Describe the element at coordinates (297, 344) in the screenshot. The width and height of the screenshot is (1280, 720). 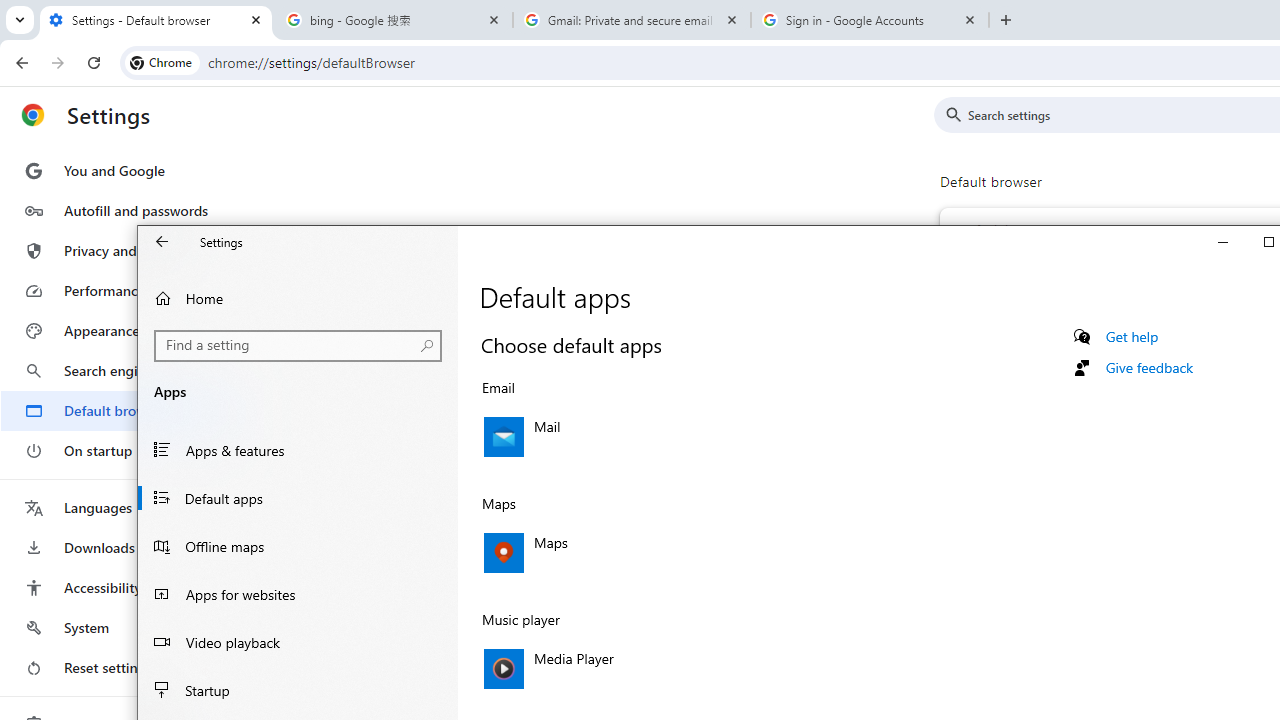
I see `'Search box, Find a setting'` at that location.